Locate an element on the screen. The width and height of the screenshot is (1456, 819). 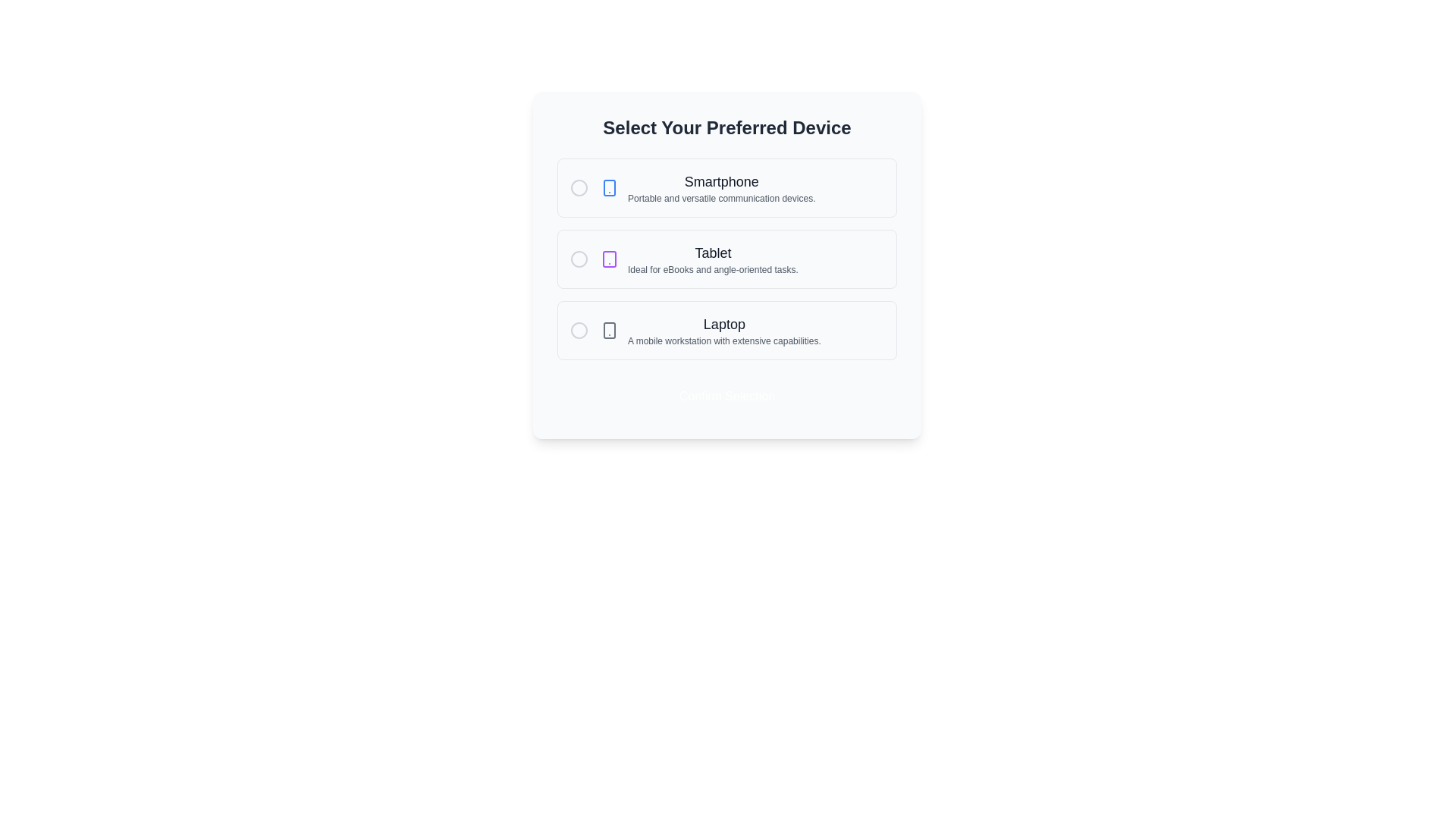
the confirmation button located at the bottom of the selection interface to confirm the user's choice among the device options: 'Smartphone', 'Tablet', and 'Laptop' is located at coordinates (726, 396).